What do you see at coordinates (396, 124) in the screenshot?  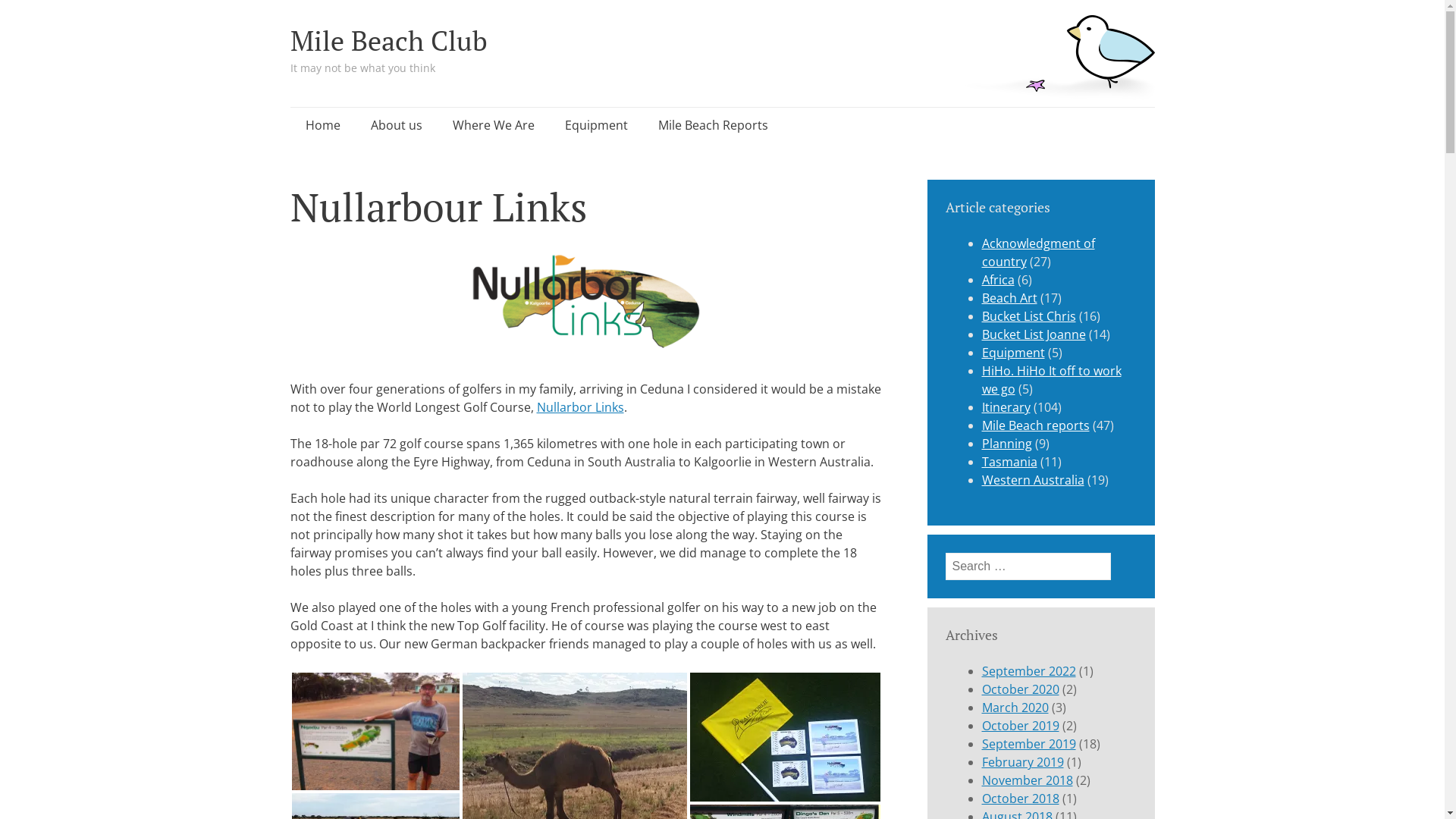 I see `'About us'` at bounding box center [396, 124].